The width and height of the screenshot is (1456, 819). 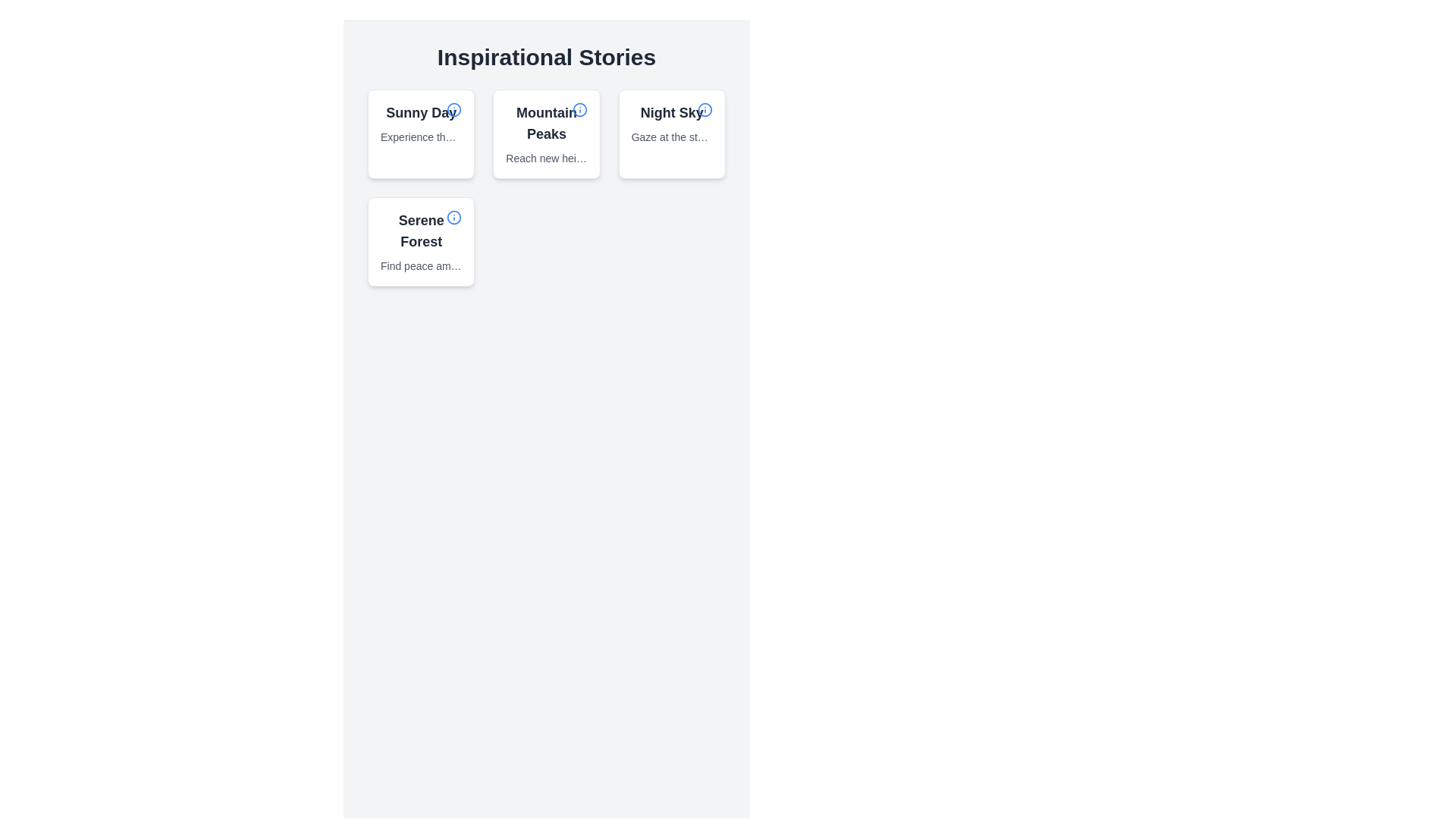 What do you see at coordinates (453, 109) in the screenshot?
I see `the informational indicator icon located in the top-right corner of the 'Sunny Day' card` at bounding box center [453, 109].